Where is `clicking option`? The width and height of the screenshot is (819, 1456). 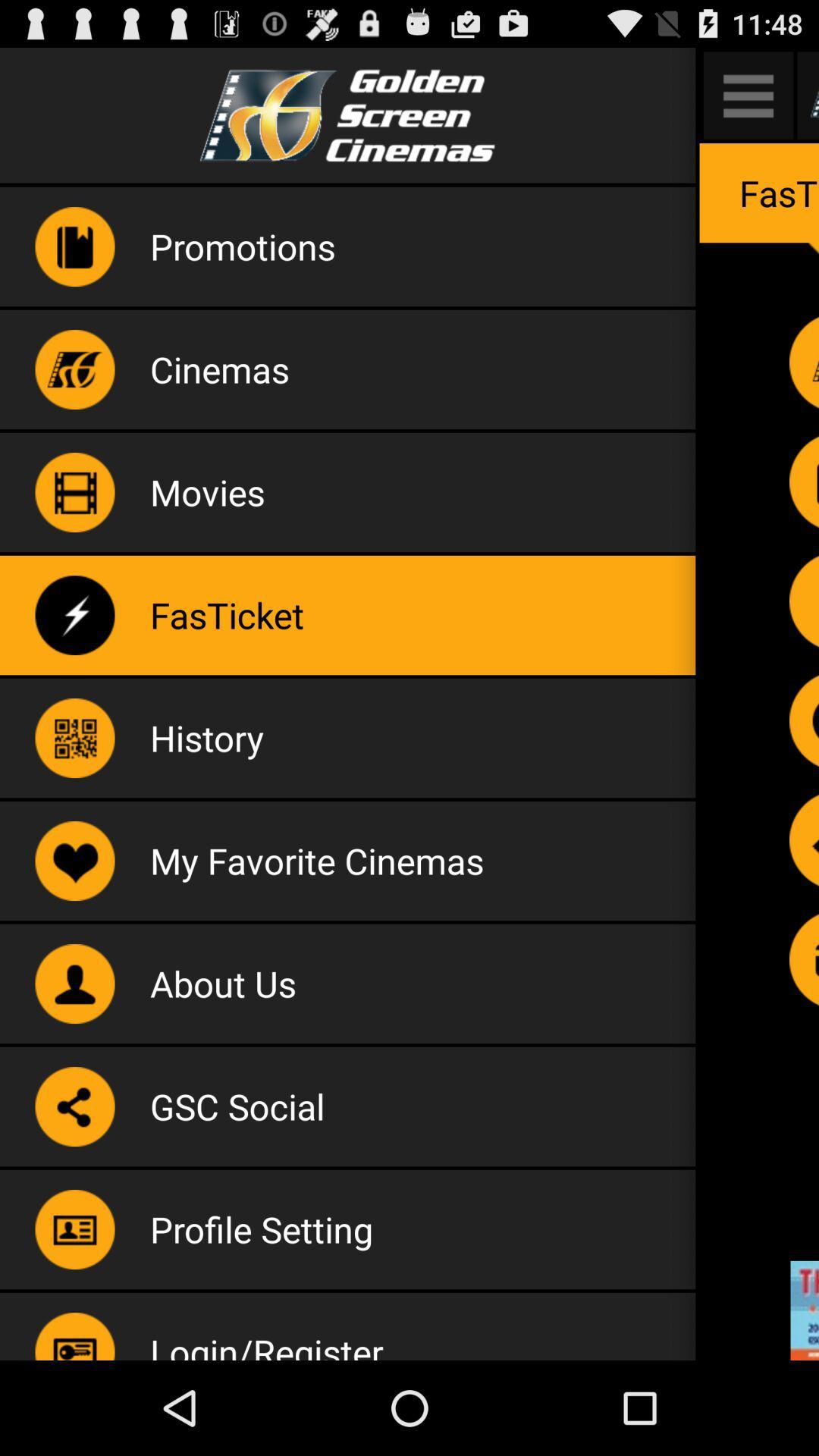
clicking option is located at coordinates (803, 720).